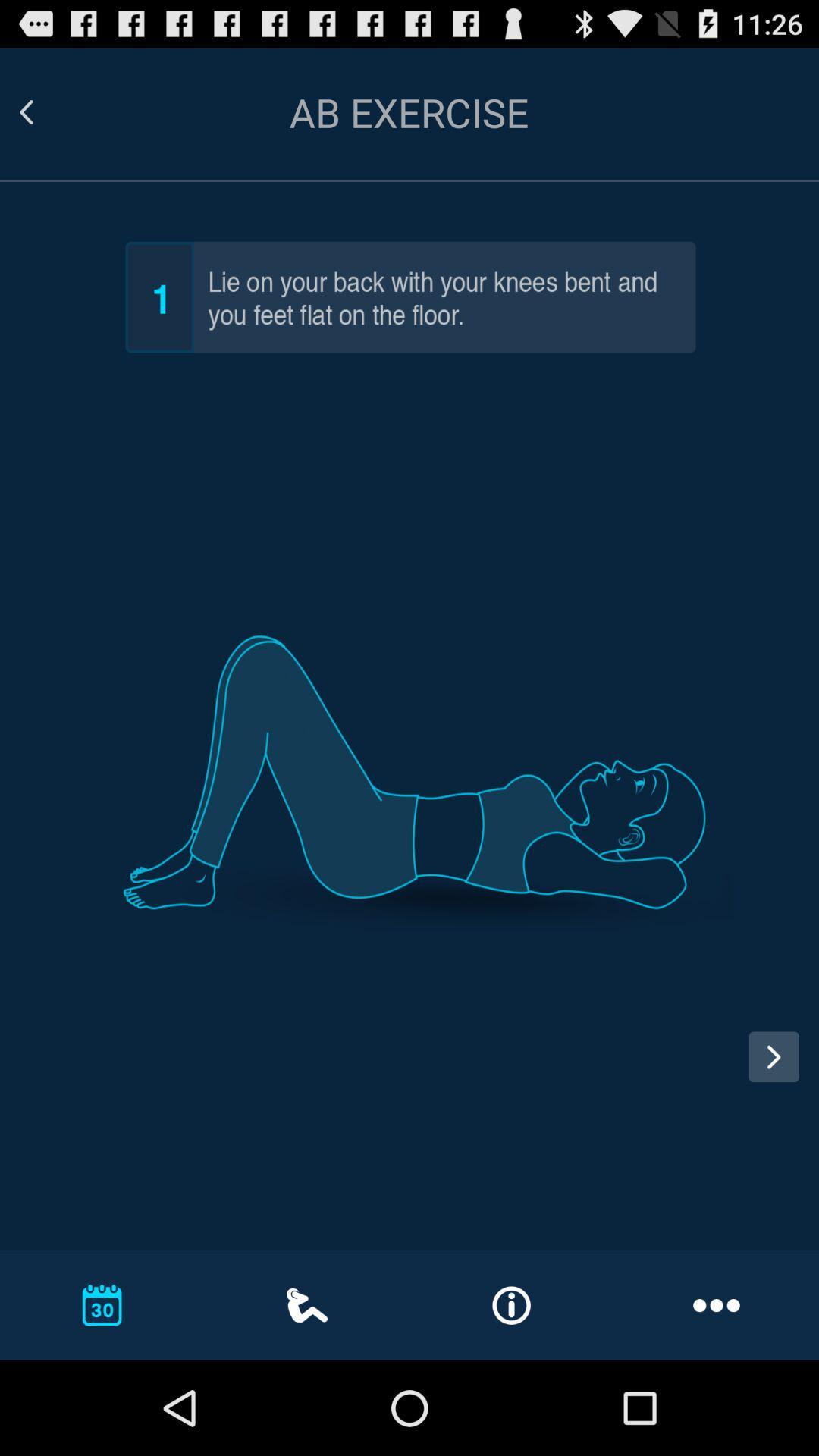  I want to click on the arrow_forward icon, so click(773, 1131).